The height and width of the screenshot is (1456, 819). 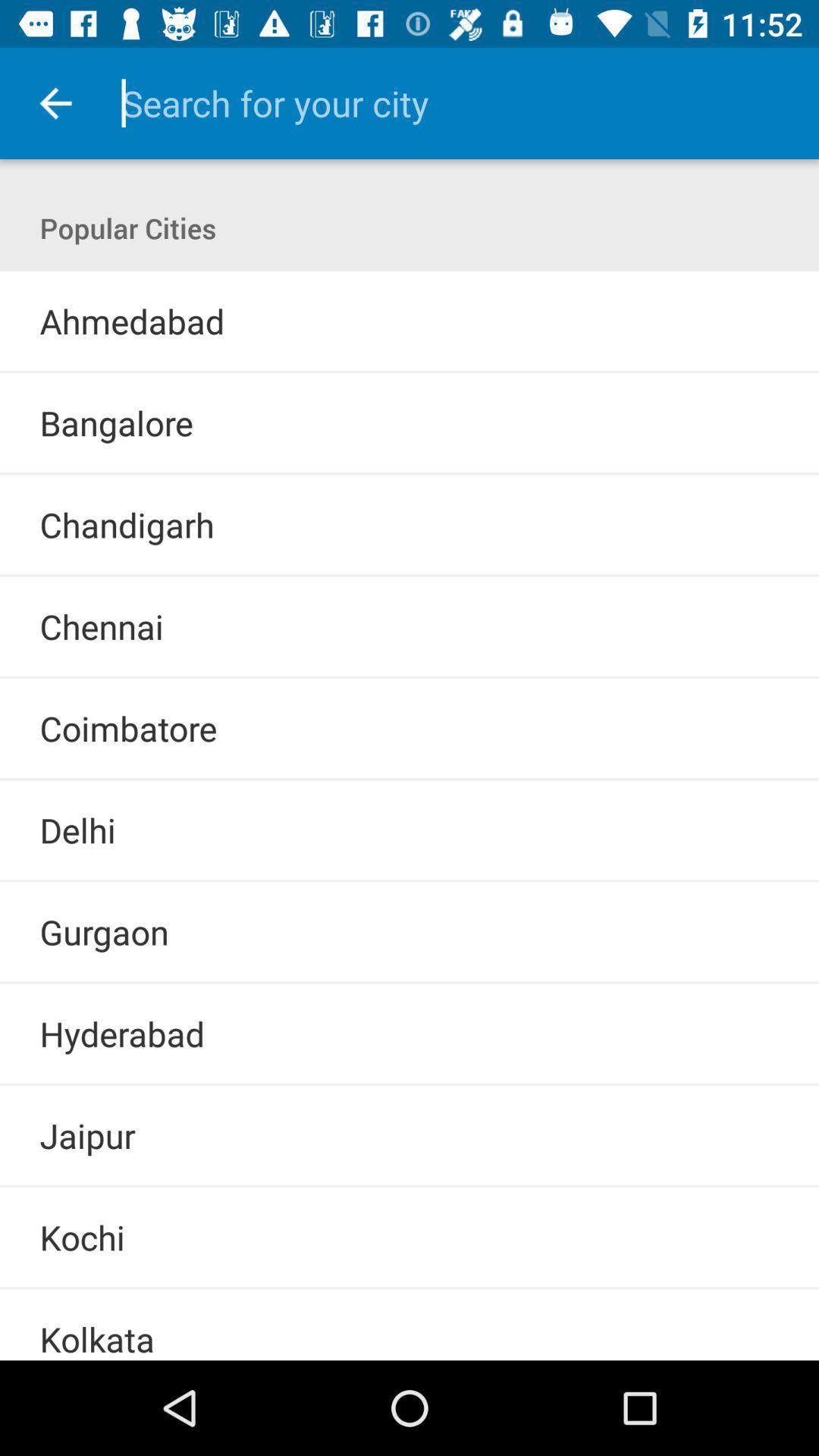 I want to click on the coimbatore icon, so click(x=127, y=728).